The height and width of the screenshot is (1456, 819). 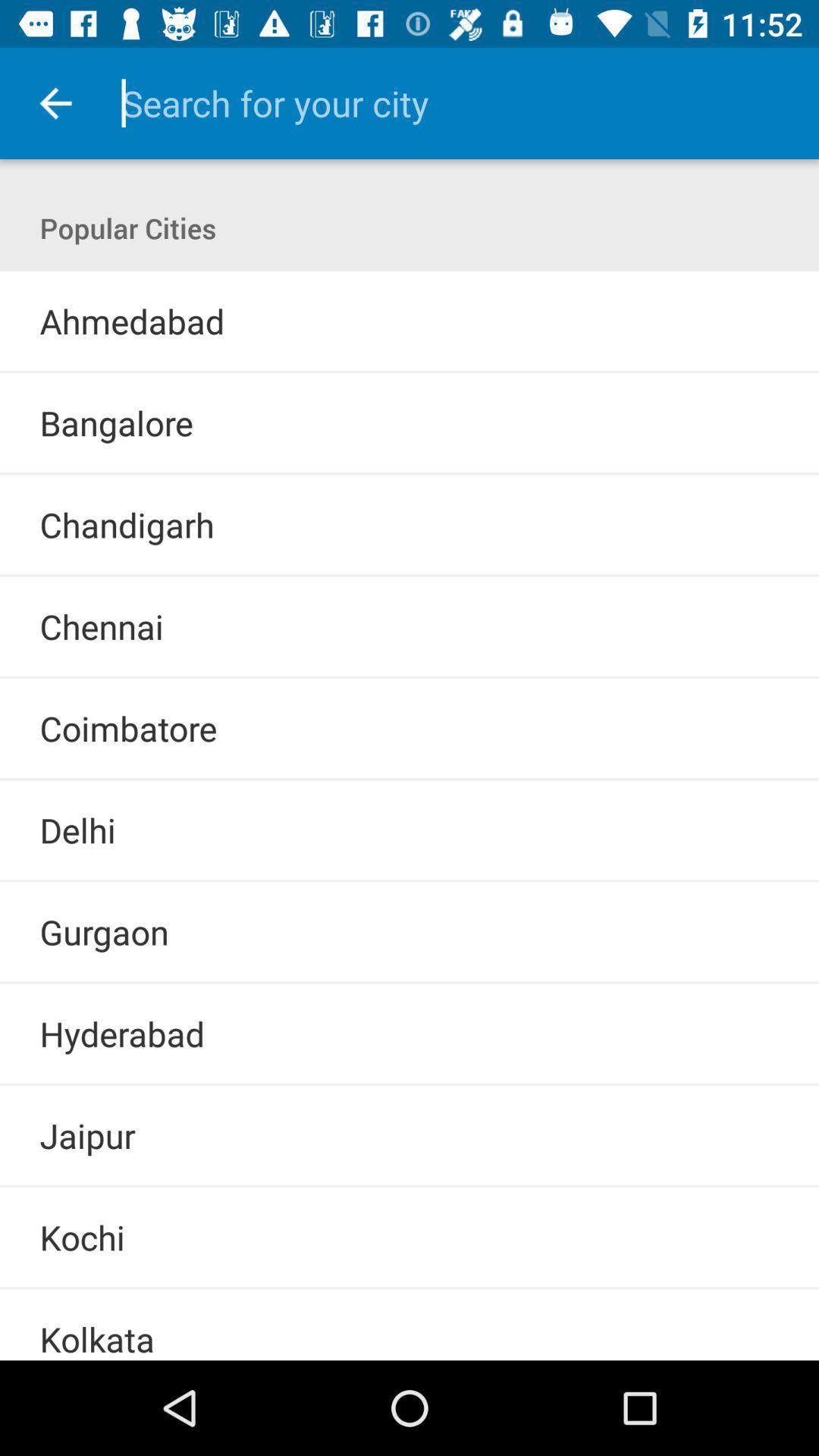 I want to click on the coimbatore icon, so click(x=127, y=728).